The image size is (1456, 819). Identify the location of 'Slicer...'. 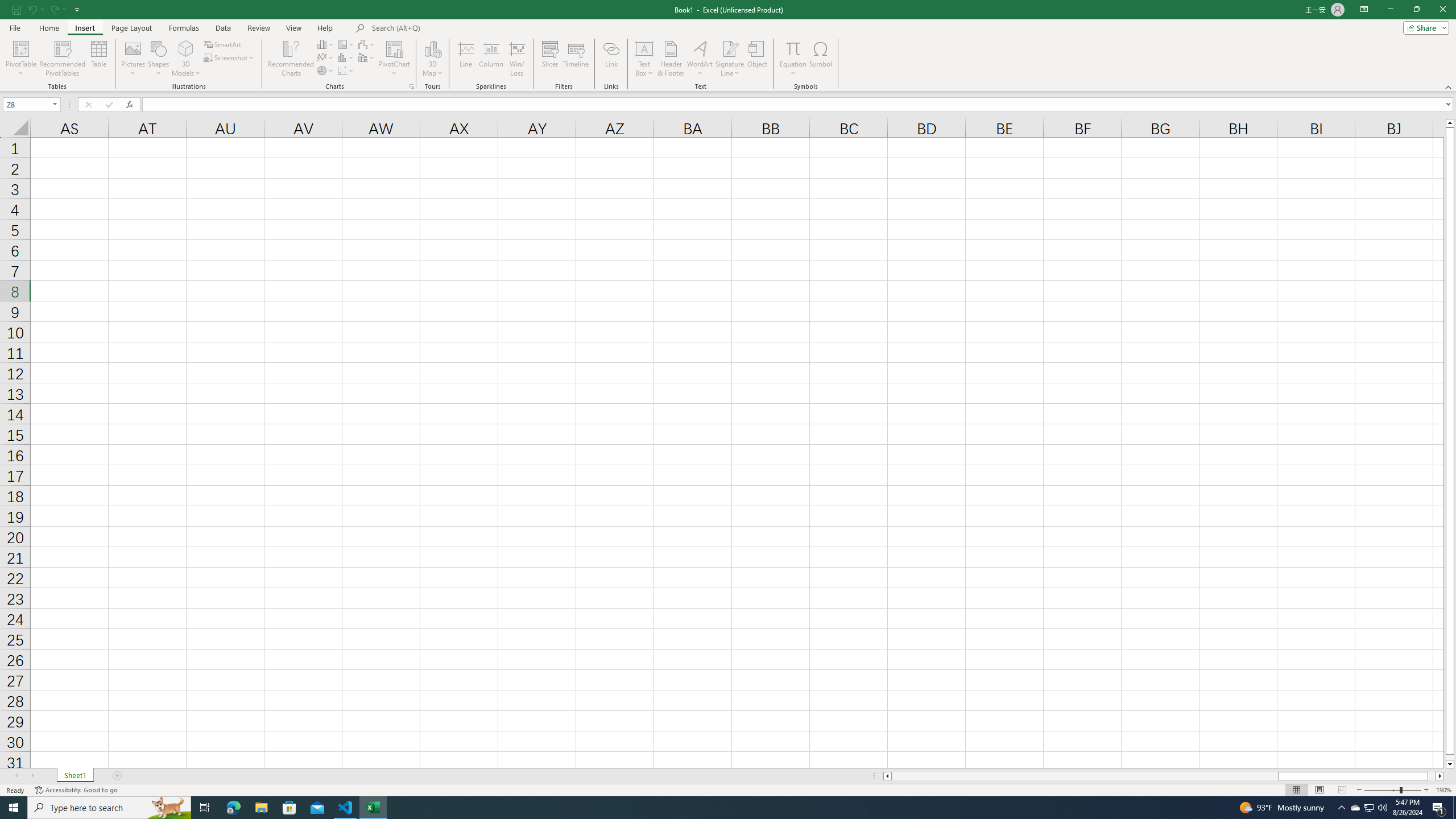
(549, 59).